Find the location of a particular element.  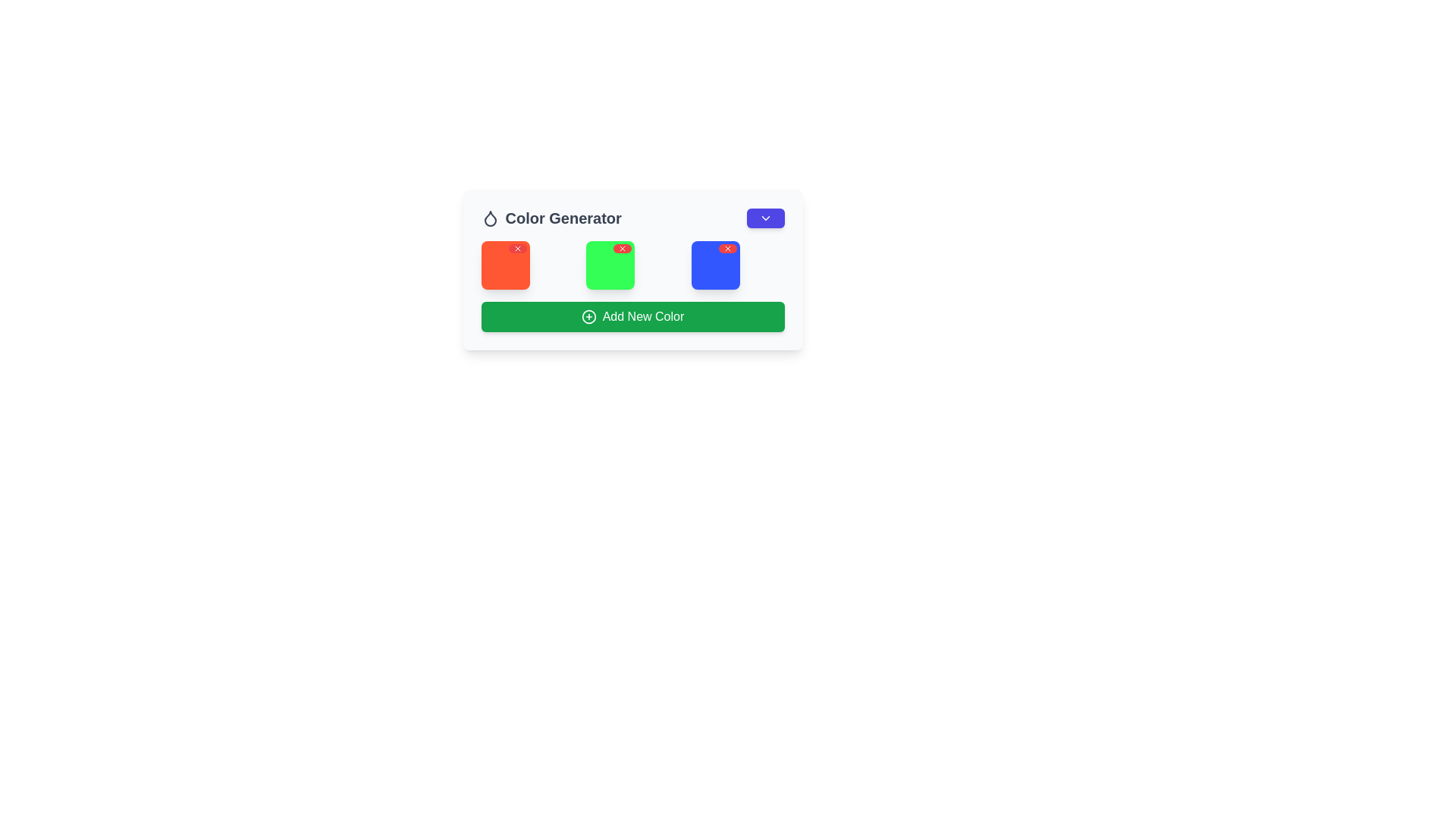

the small red circular badge with a white cross icon located at the top-right corner of the orange square button is located at coordinates (517, 247).